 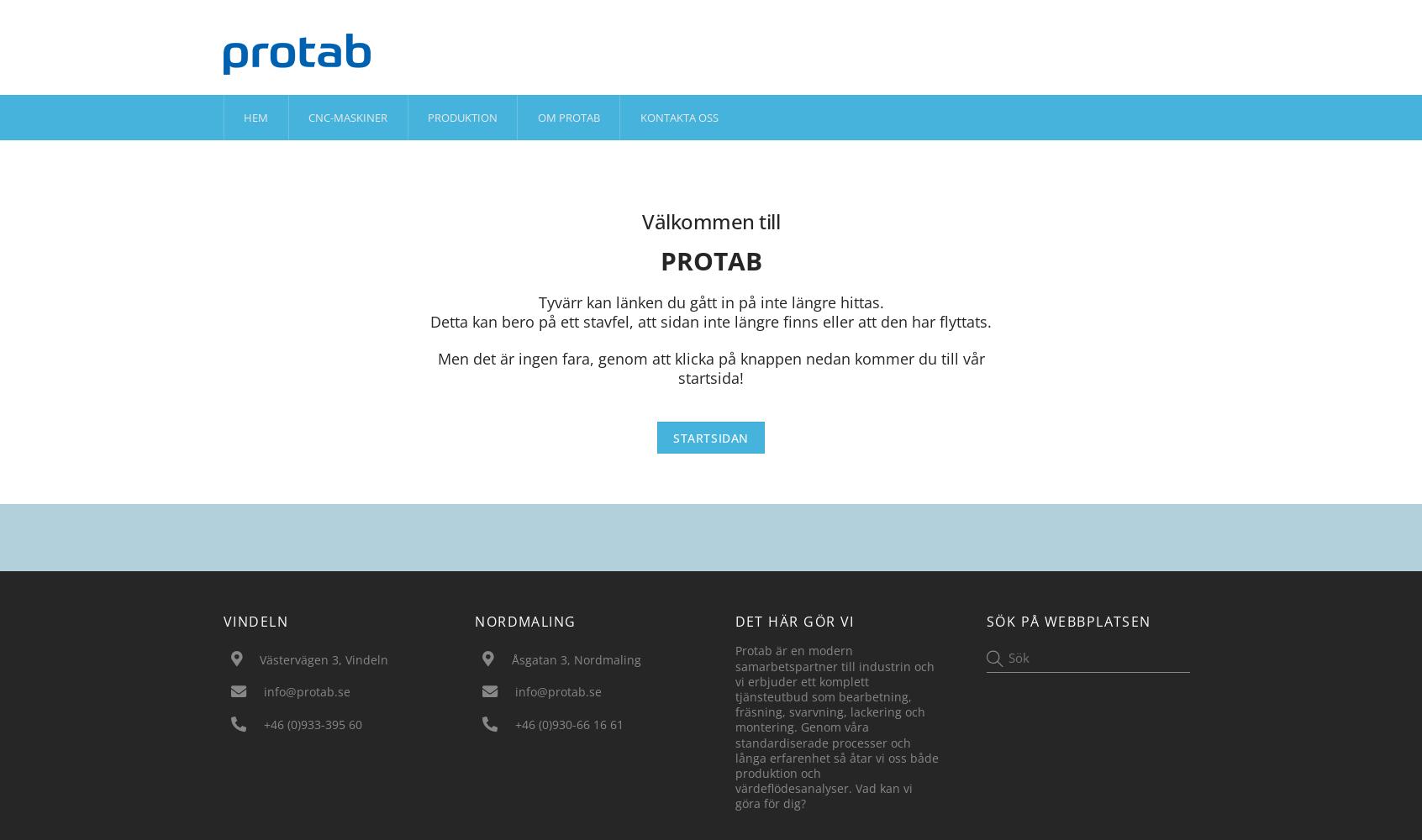 I want to click on 'Vindeln', so click(x=223, y=620).